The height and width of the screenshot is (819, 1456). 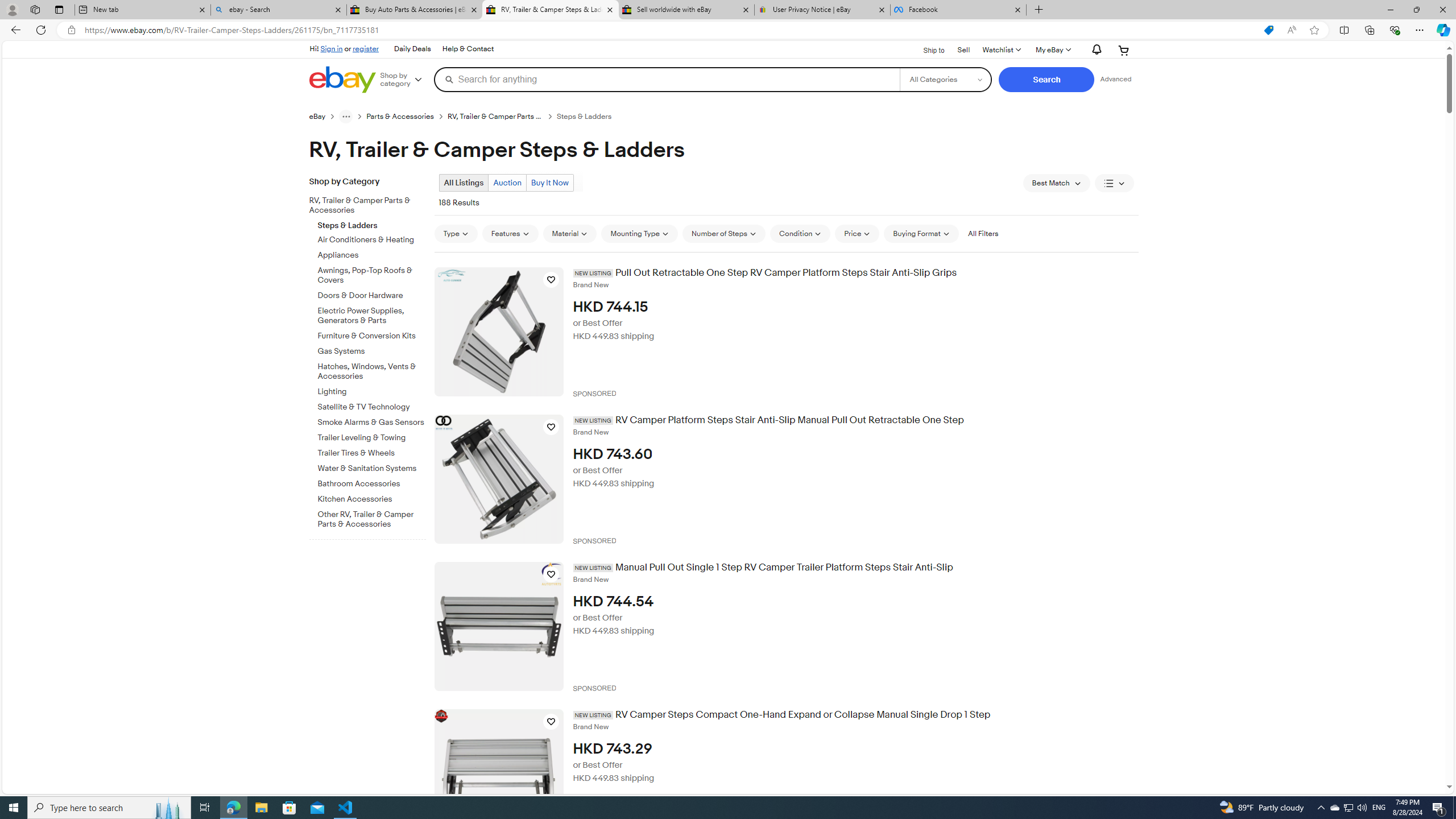 What do you see at coordinates (371, 466) in the screenshot?
I see `'Water & Sanitation Systems'` at bounding box center [371, 466].